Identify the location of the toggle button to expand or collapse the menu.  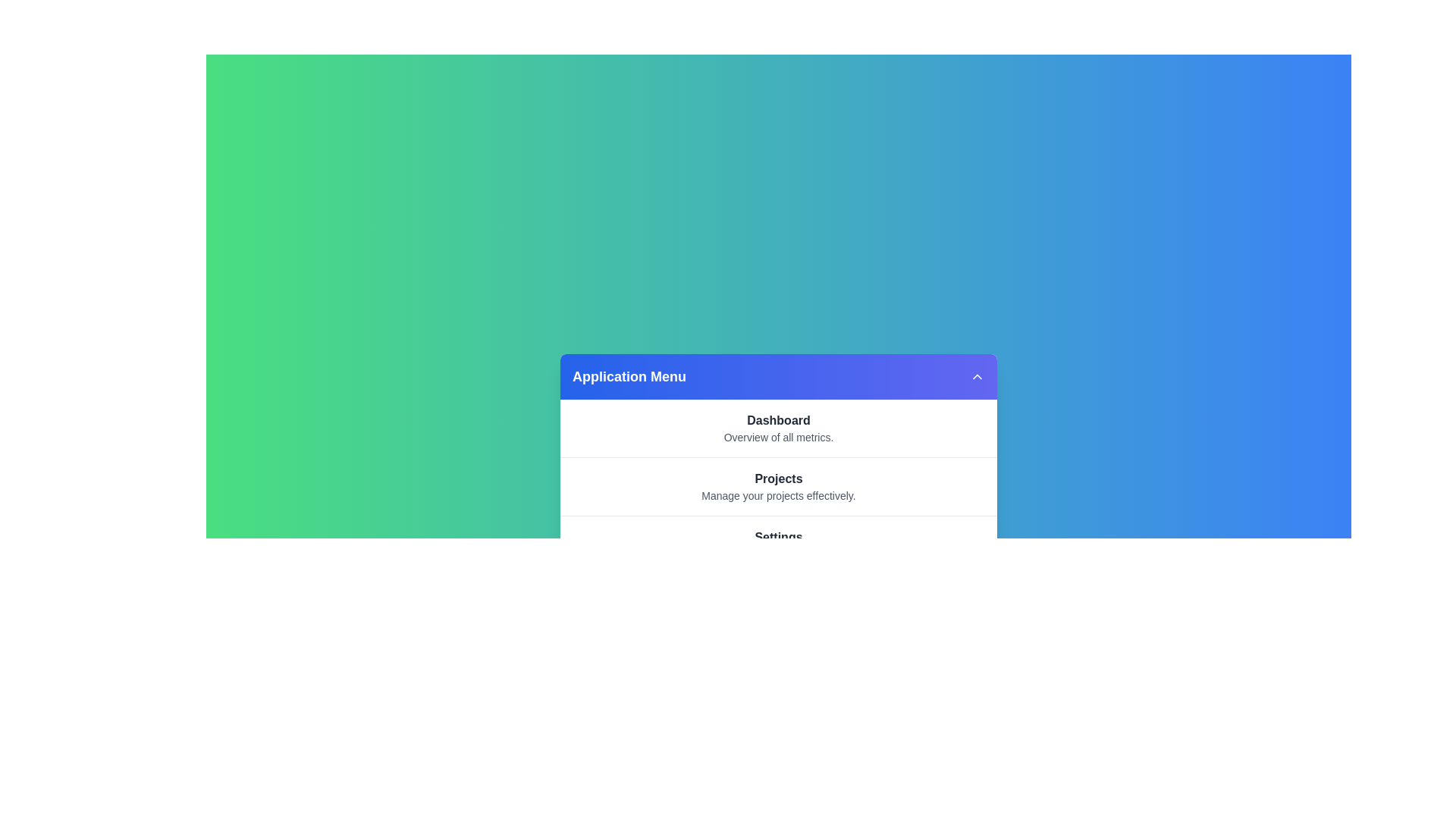
(977, 376).